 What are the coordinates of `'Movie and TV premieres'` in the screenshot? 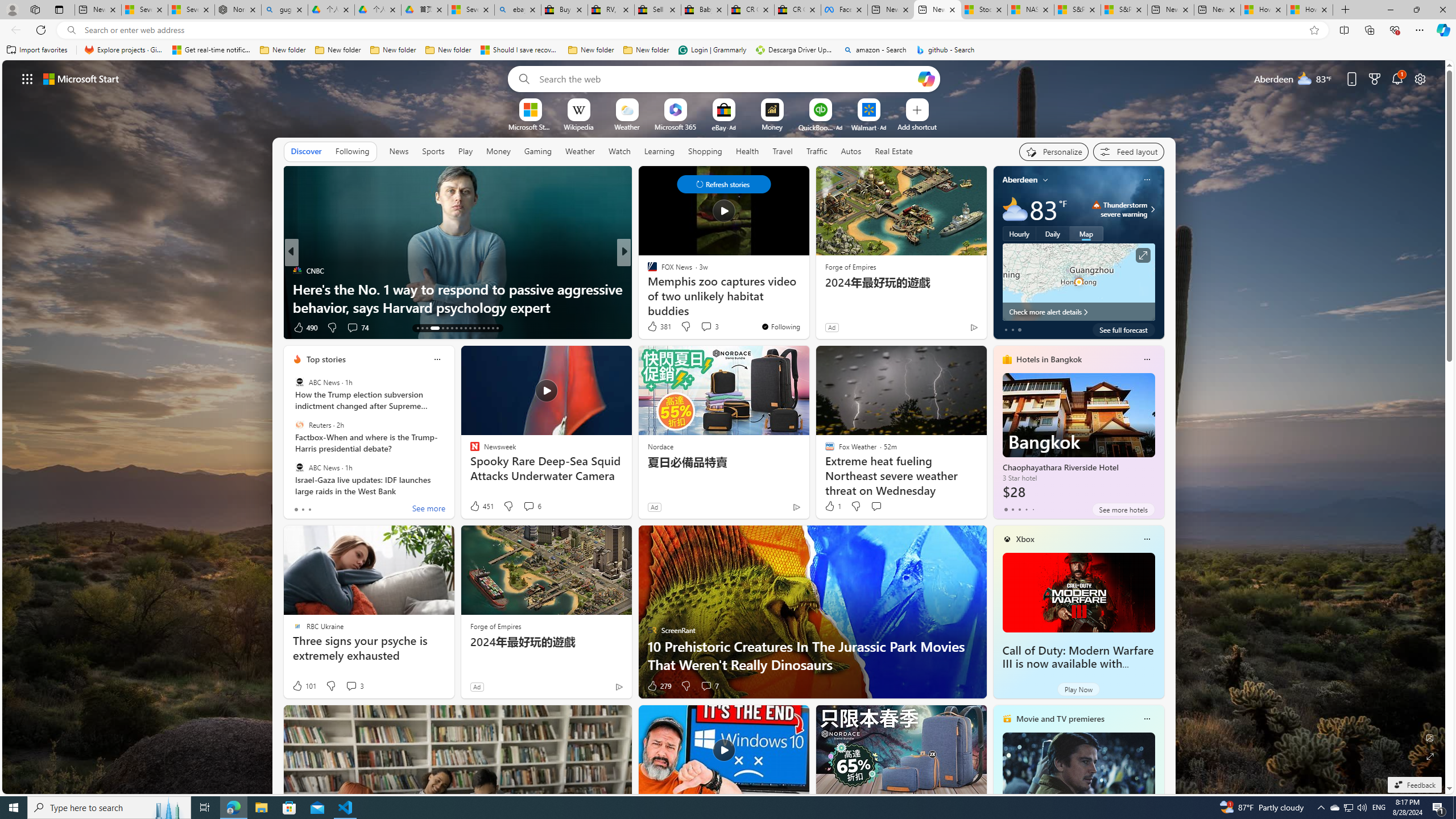 It's located at (1060, 718).